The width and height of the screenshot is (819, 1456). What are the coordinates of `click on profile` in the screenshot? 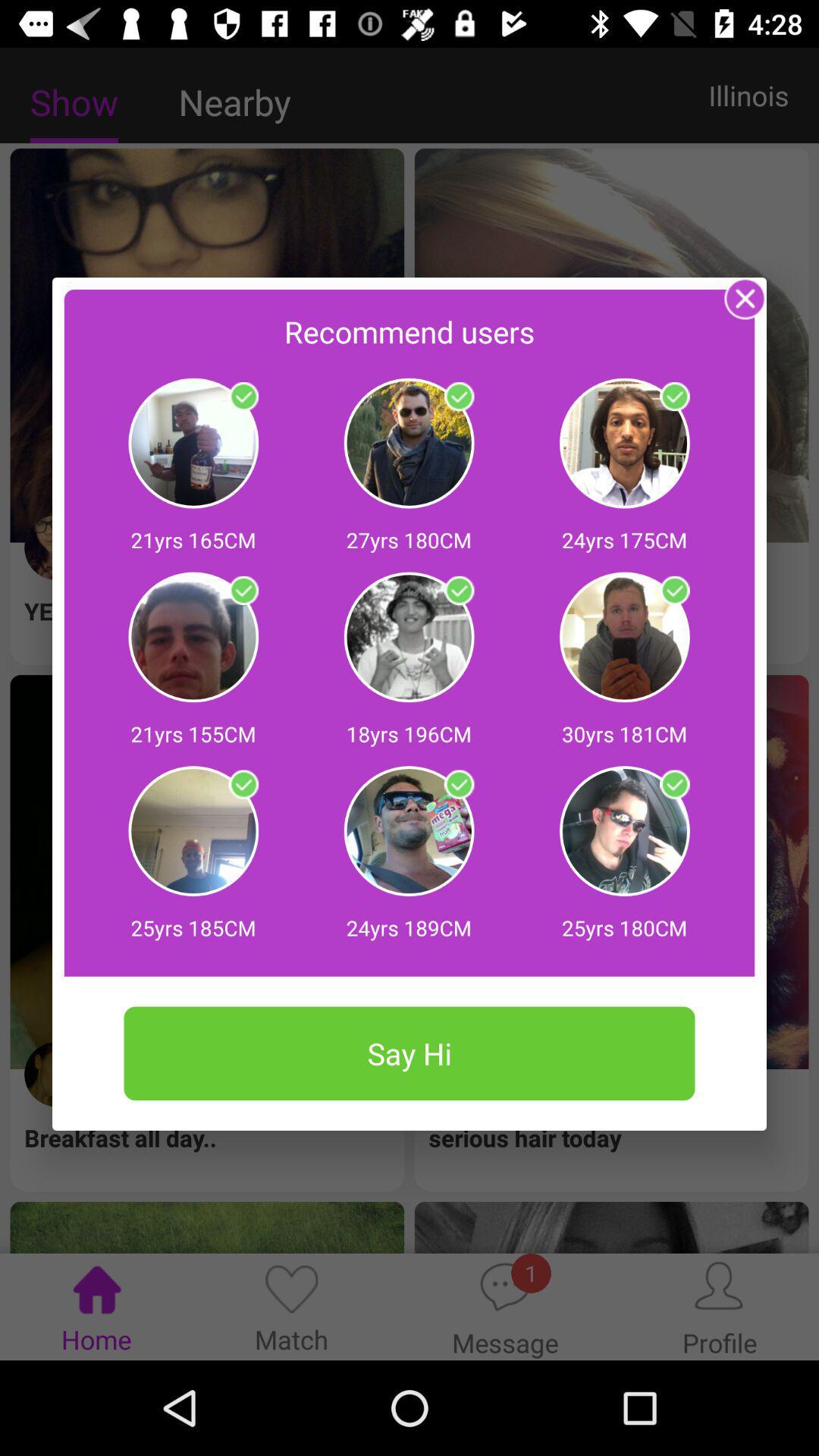 It's located at (243, 397).